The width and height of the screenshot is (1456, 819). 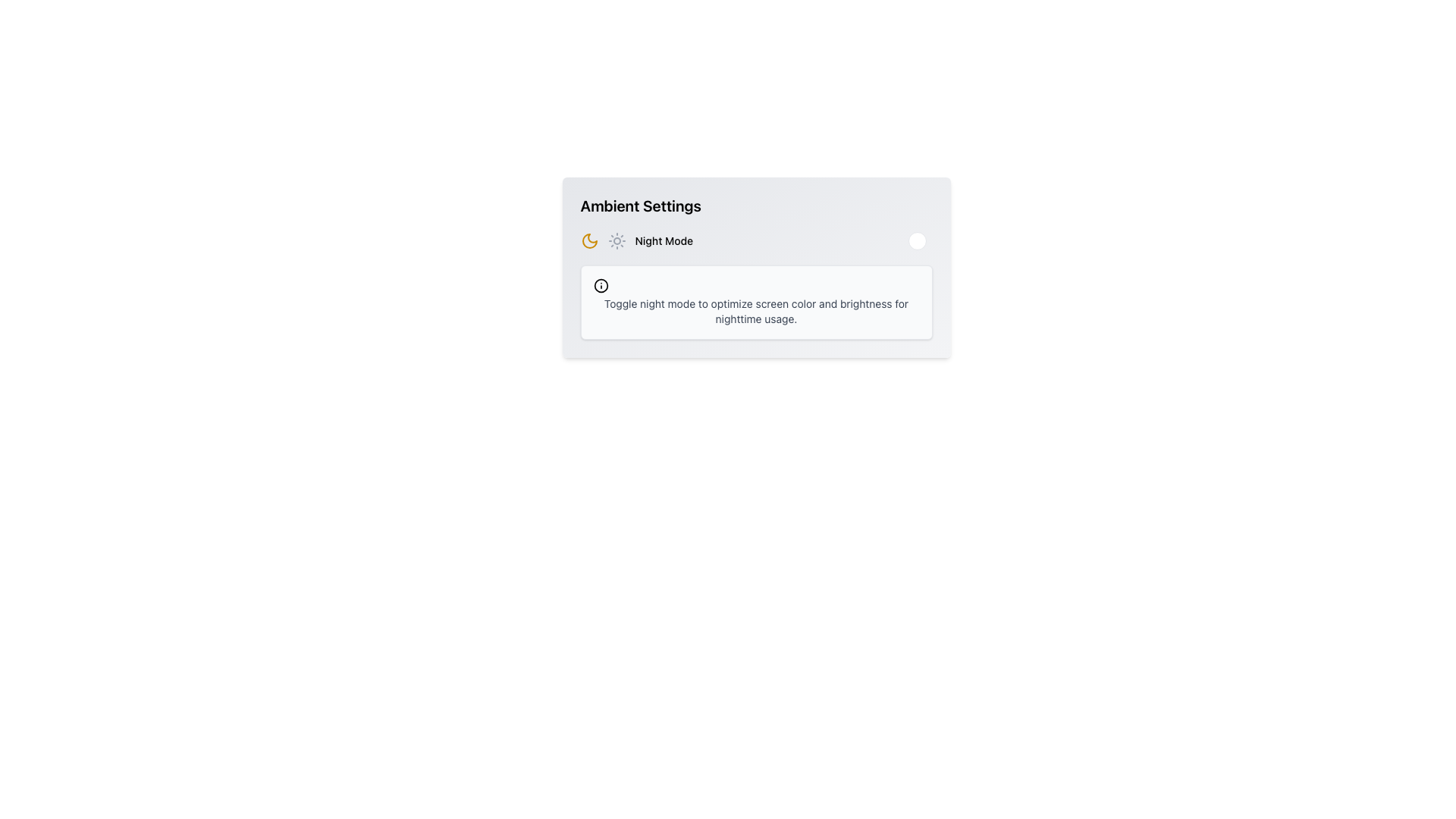 What do you see at coordinates (910, 240) in the screenshot?
I see `the toggle switch for 'Night Mode' to change its state, which activates or deactivates the feature` at bounding box center [910, 240].